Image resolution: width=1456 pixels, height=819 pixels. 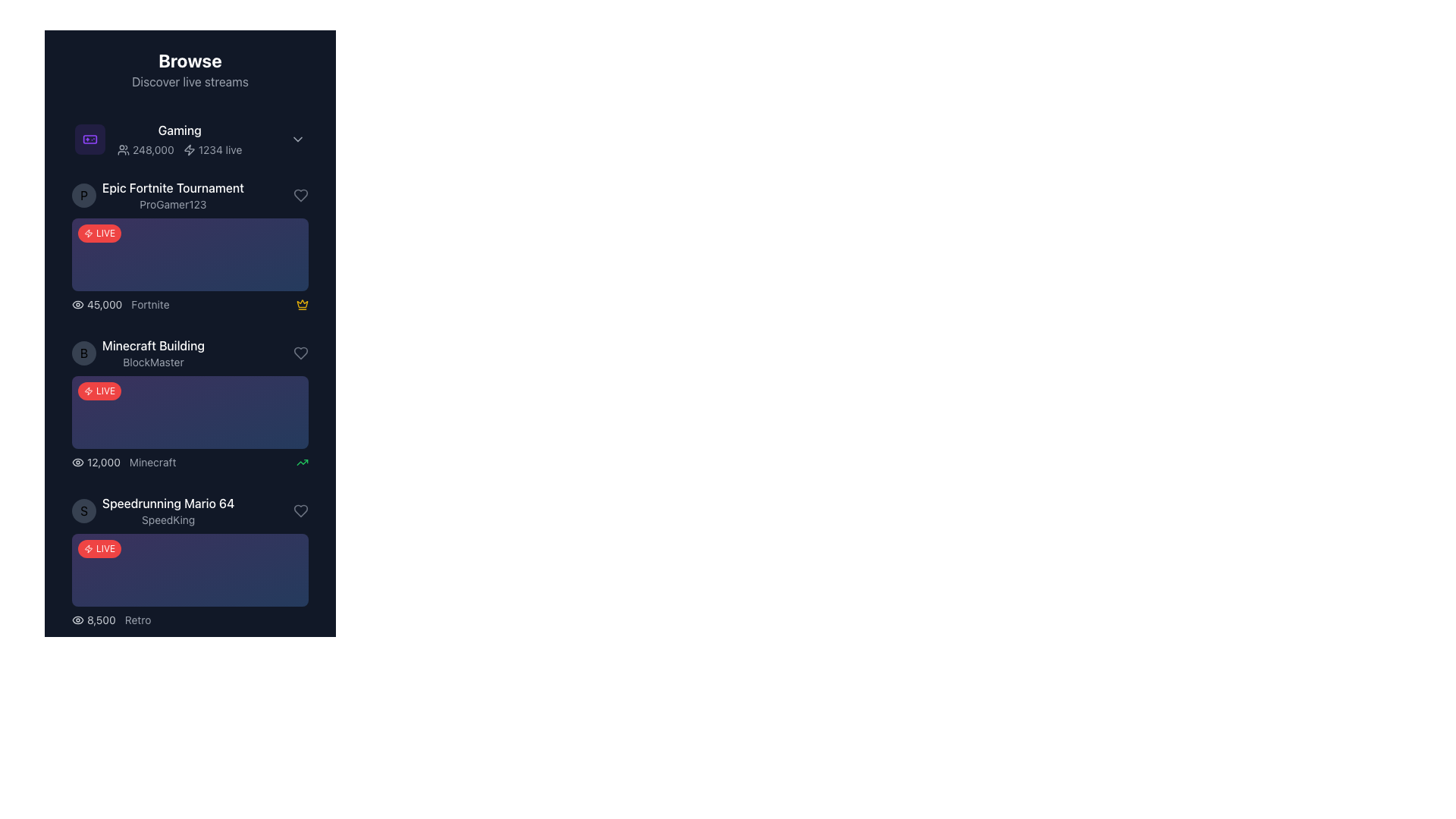 I want to click on the visibility icon located in the 'Minecraft Building' section, which is positioned next to the '12,000' viewer text, so click(x=77, y=461).